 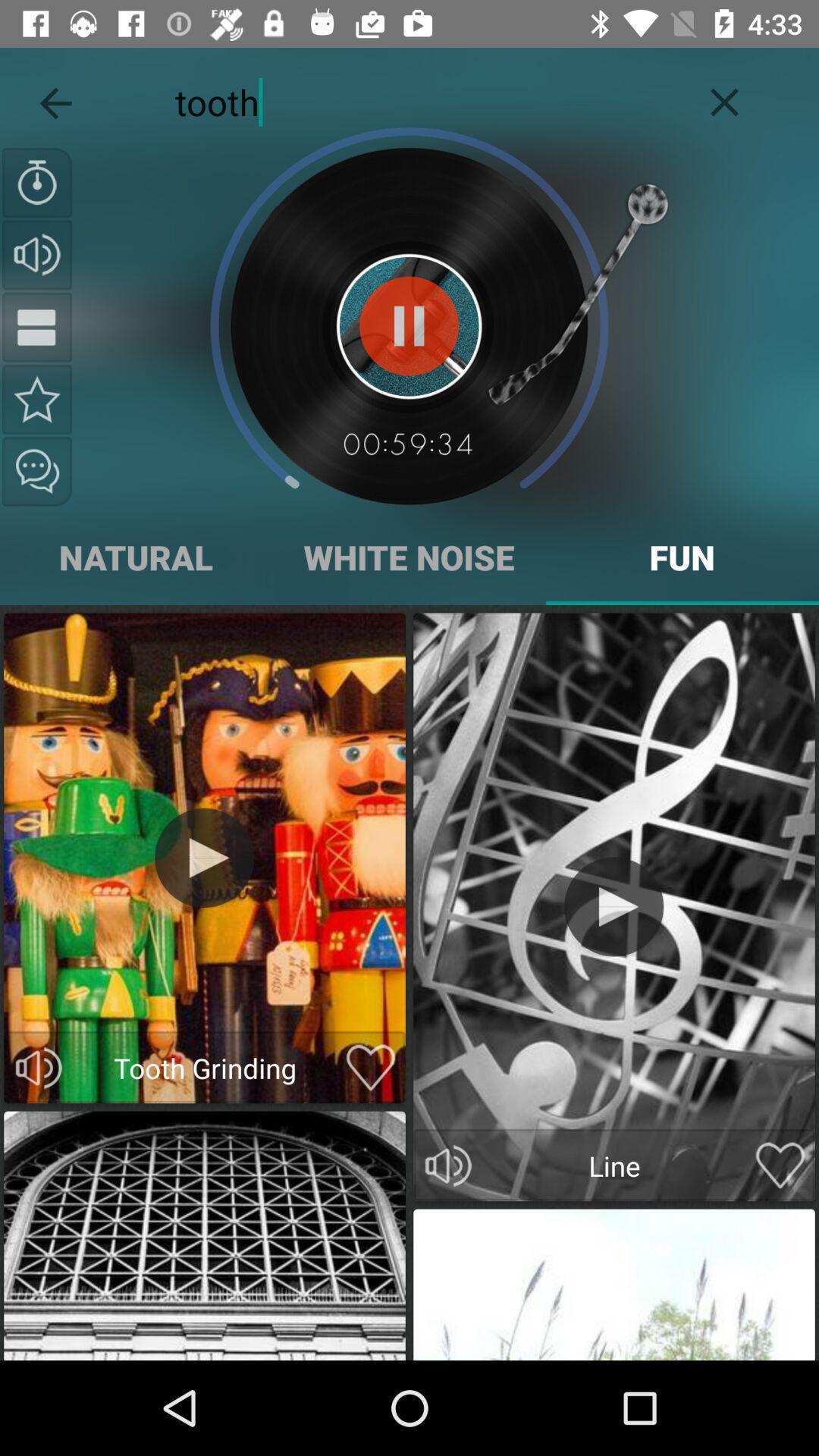 What do you see at coordinates (36, 326) in the screenshot?
I see `change display of list` at bounding box center [36, 326].